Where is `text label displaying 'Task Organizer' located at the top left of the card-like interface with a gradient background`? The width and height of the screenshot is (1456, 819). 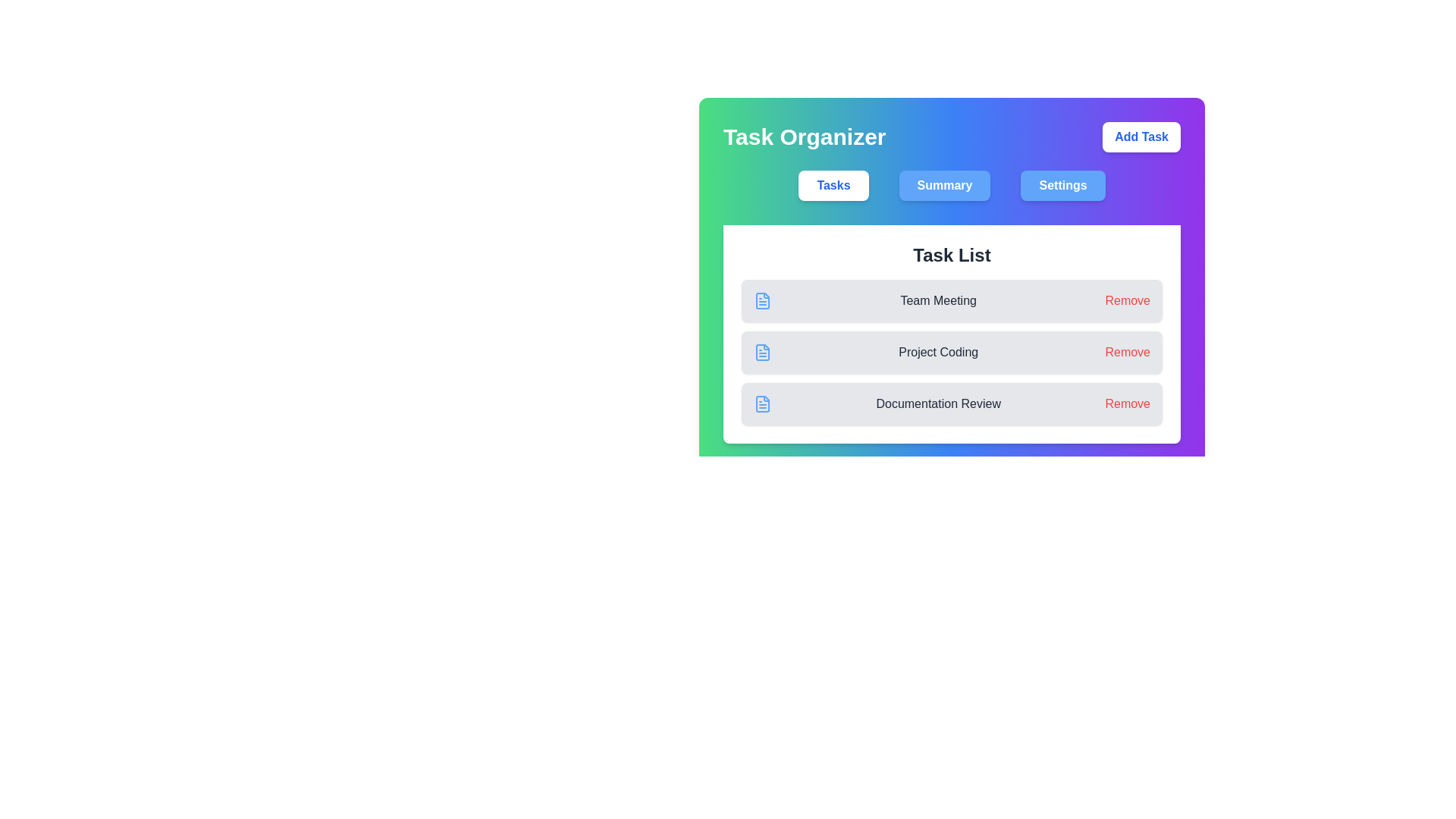 text label displaying 'Task Organizer' located at the top left of the card-like interface with a gradient background is located at coordinates (804, 137).